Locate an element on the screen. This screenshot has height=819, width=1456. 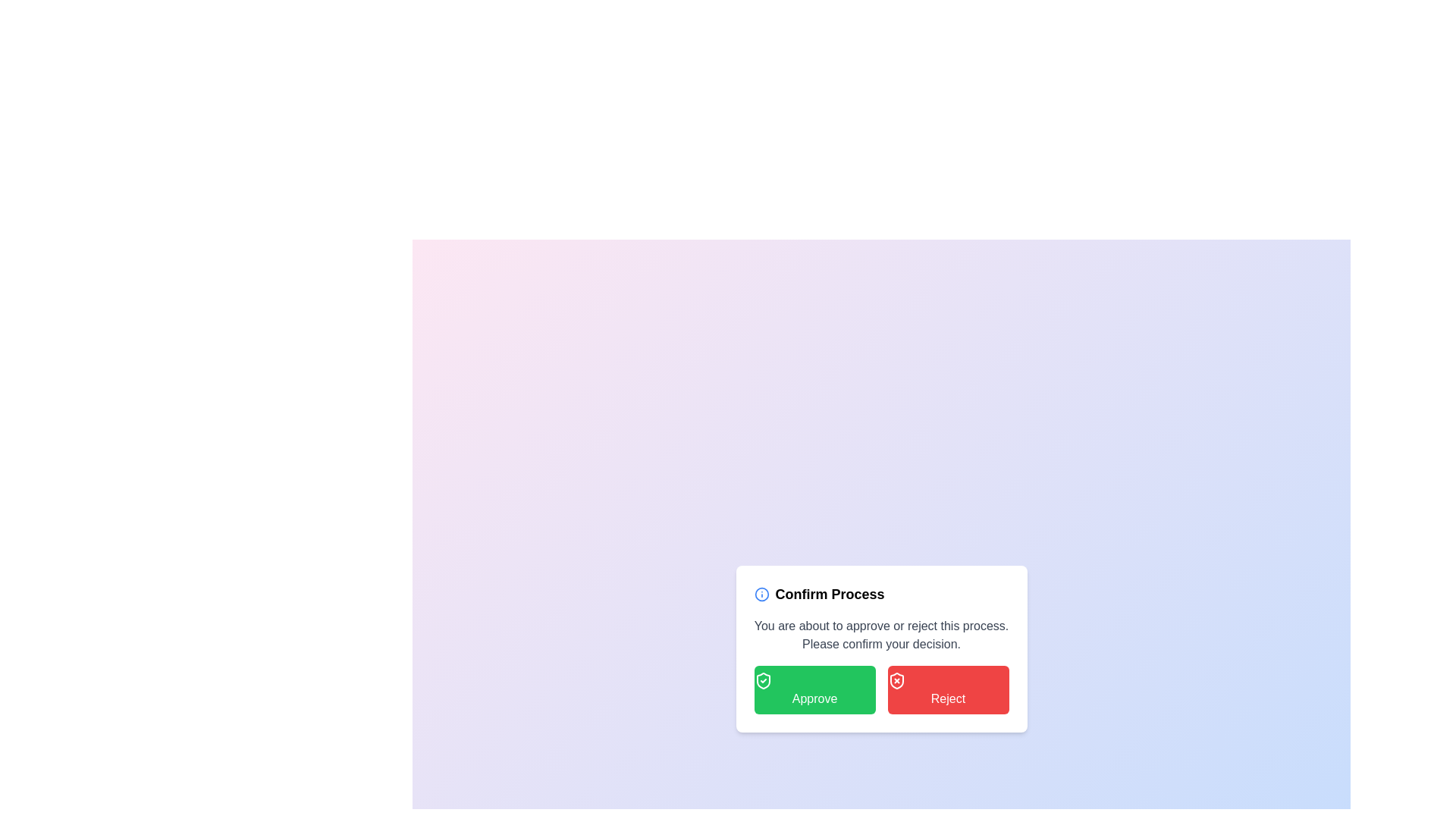
the 'Reject' icon located to the right of the 'Approve' button in the prompt confirmation window is located at coordinates (896, 680).